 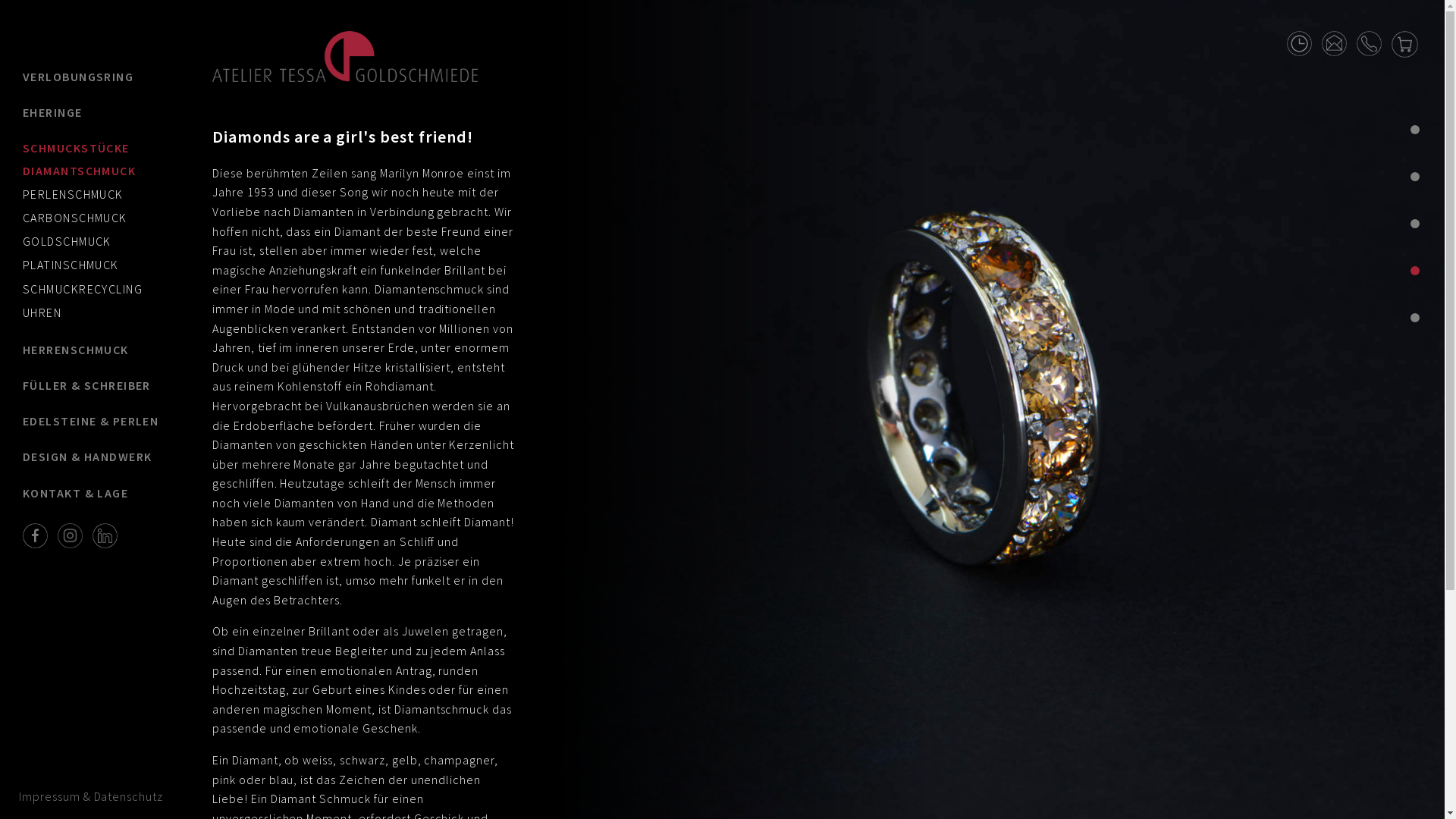 I want to click on 'Impressum & Datenschutz', so click(x=90, y=795).